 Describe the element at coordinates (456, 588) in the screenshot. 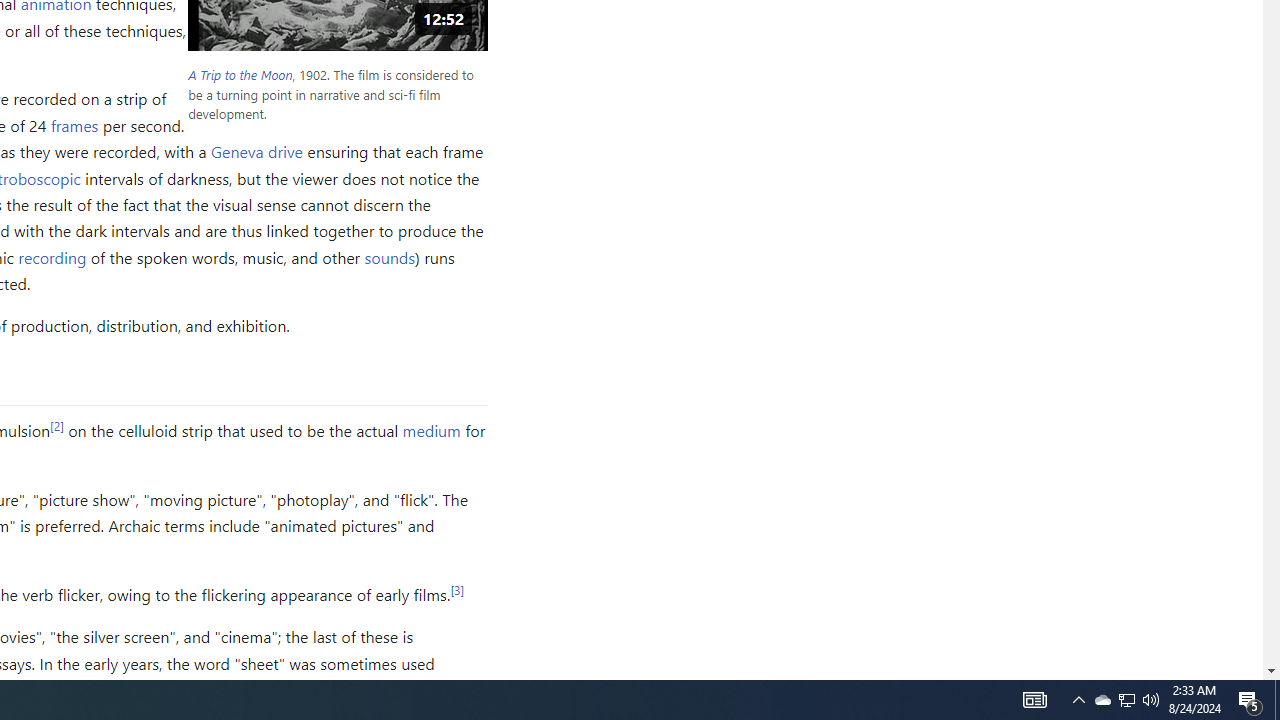

I see `'[3]'` at that location.